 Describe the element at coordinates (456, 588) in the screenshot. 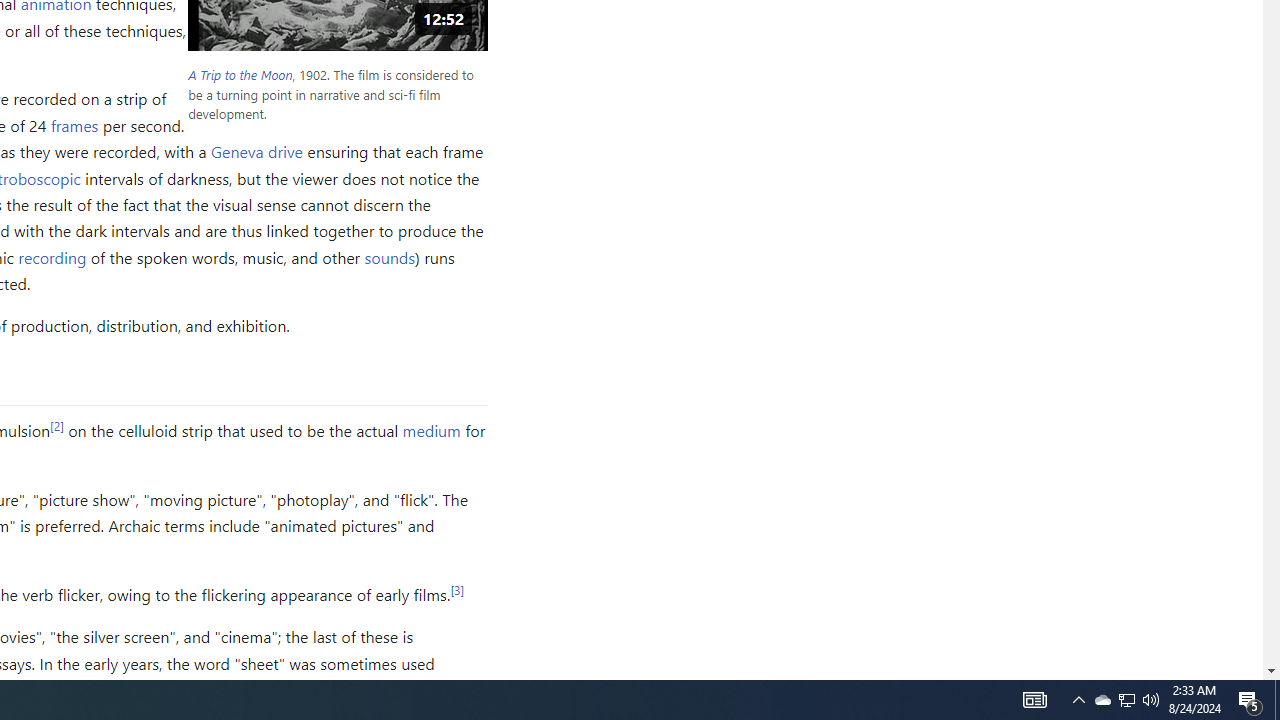

I see `'[3]'` at that location.